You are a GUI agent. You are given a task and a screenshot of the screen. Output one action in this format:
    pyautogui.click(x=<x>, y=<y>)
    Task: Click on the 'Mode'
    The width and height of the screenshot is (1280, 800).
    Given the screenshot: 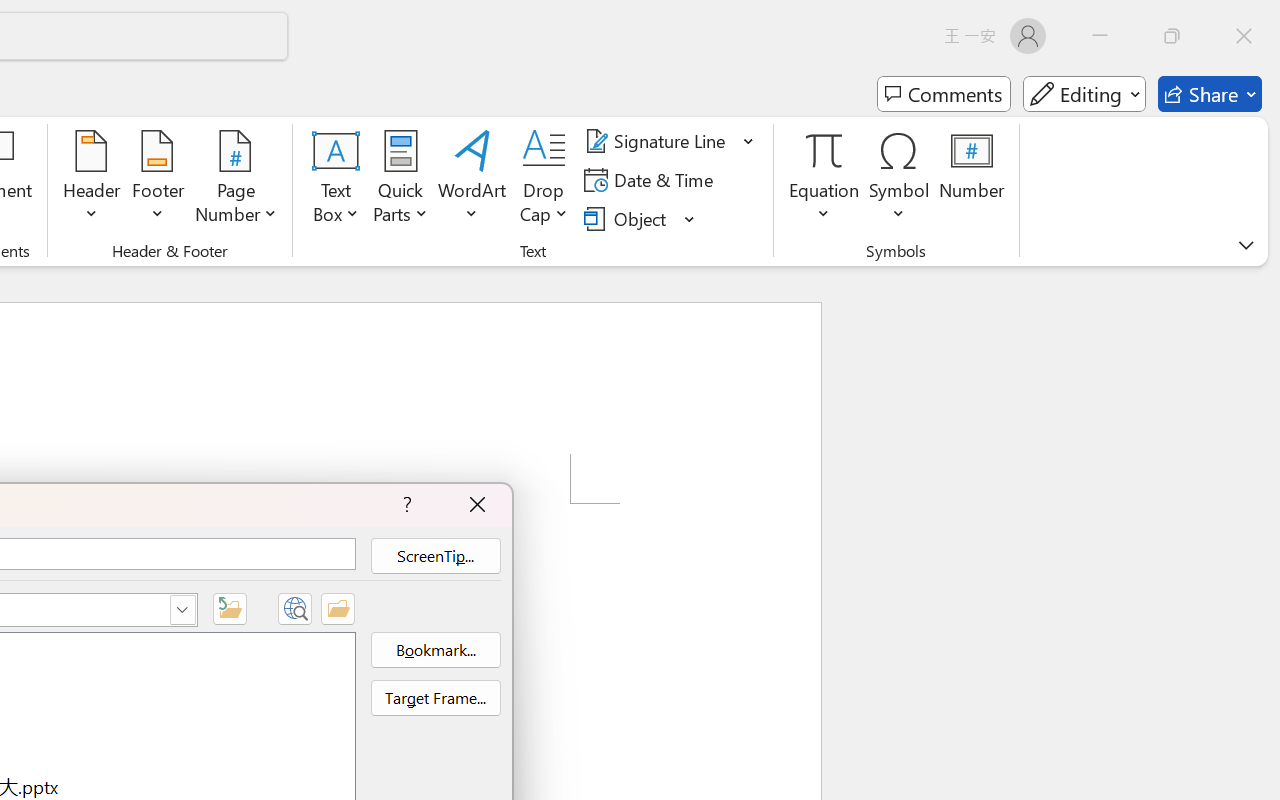 What is the action you would take?
    pyautogui.click(x=1083, y=94)
    